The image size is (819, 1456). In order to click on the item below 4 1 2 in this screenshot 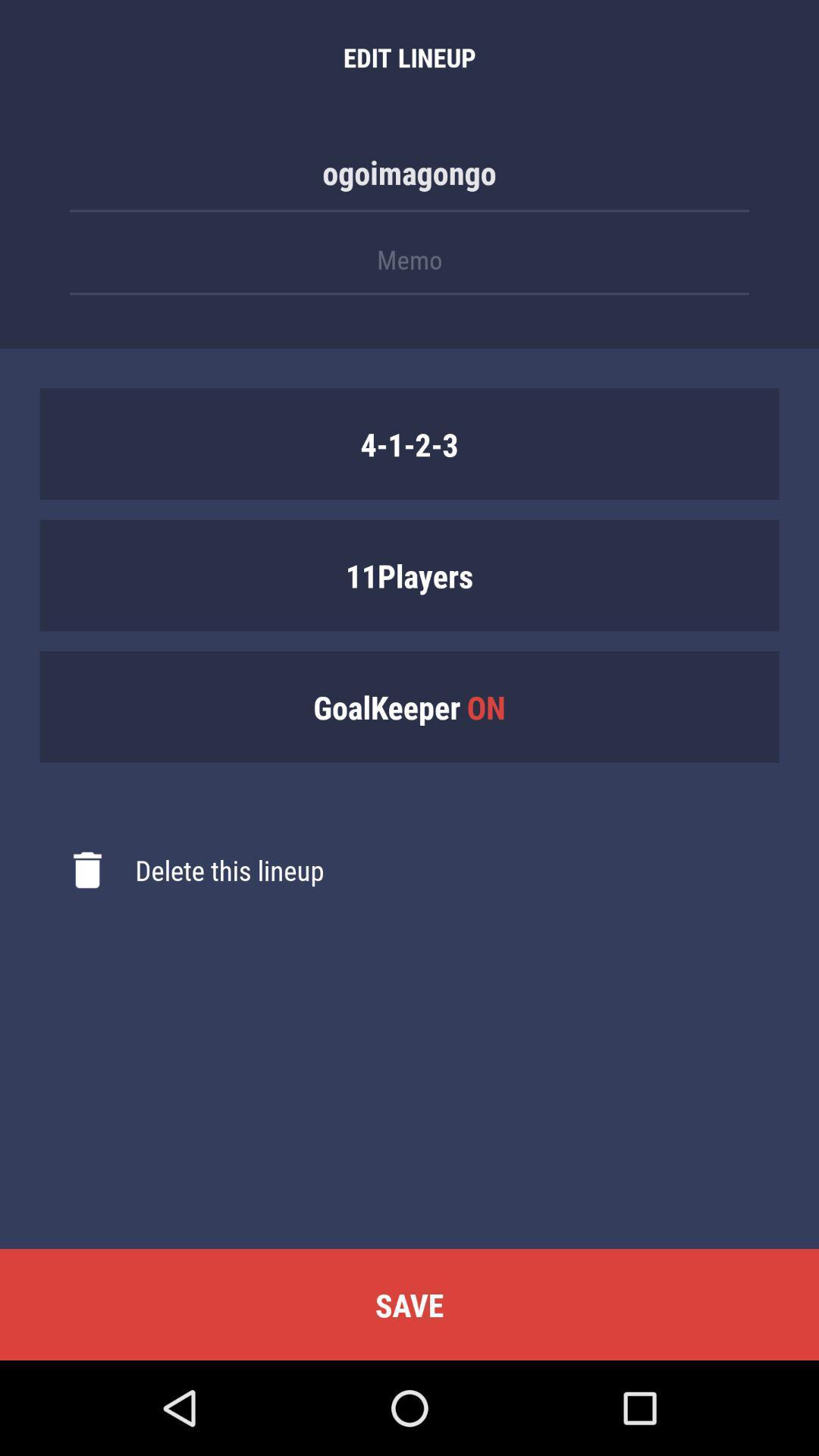, I will do `click(409, 574)`.